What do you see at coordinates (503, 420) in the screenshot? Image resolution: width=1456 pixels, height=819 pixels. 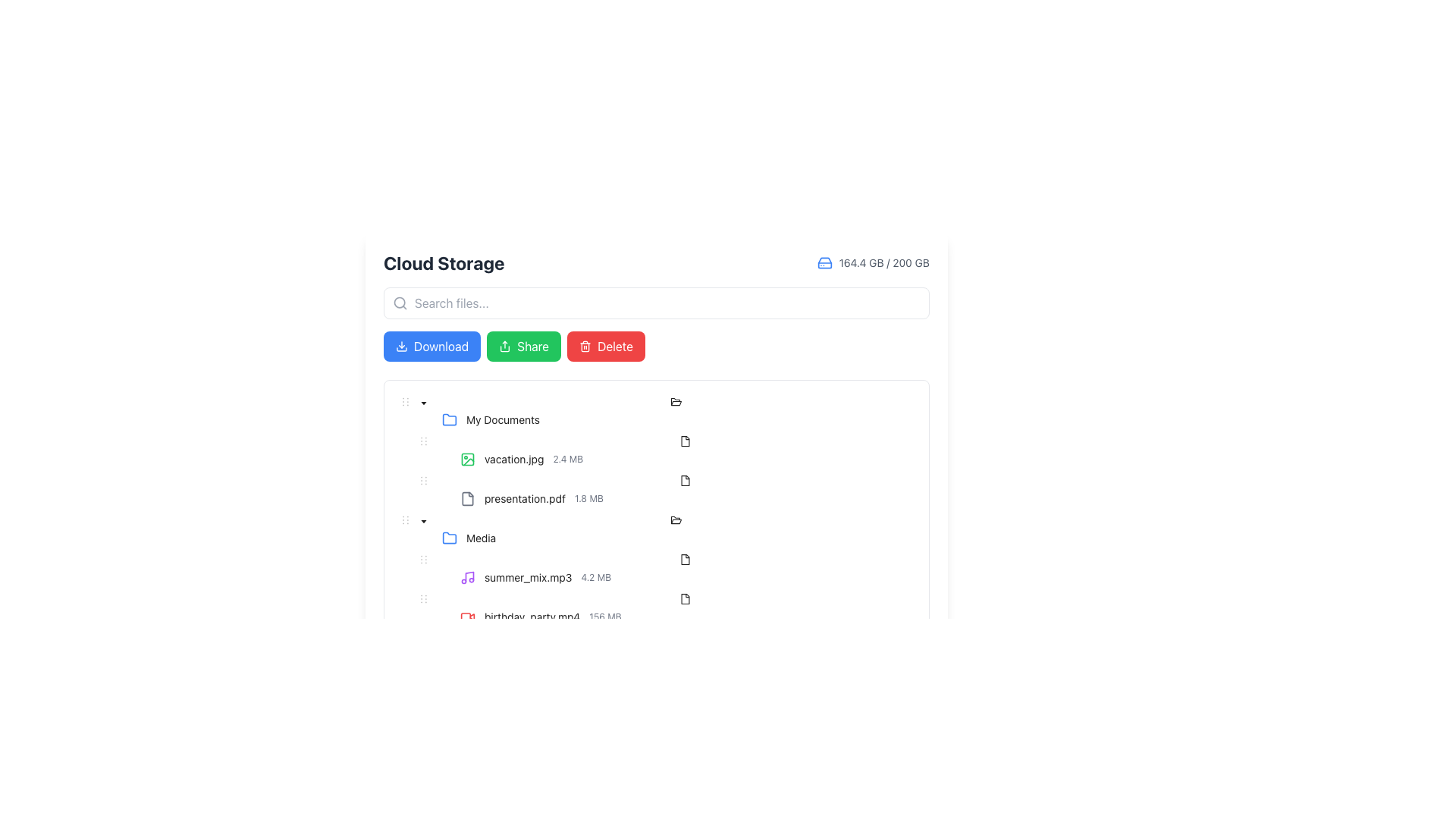 I see `the 'My Documents' label, which is styled in a sans-serif font and appears in black color, located next to a blue folder icon` at bounding box center [503, 420].